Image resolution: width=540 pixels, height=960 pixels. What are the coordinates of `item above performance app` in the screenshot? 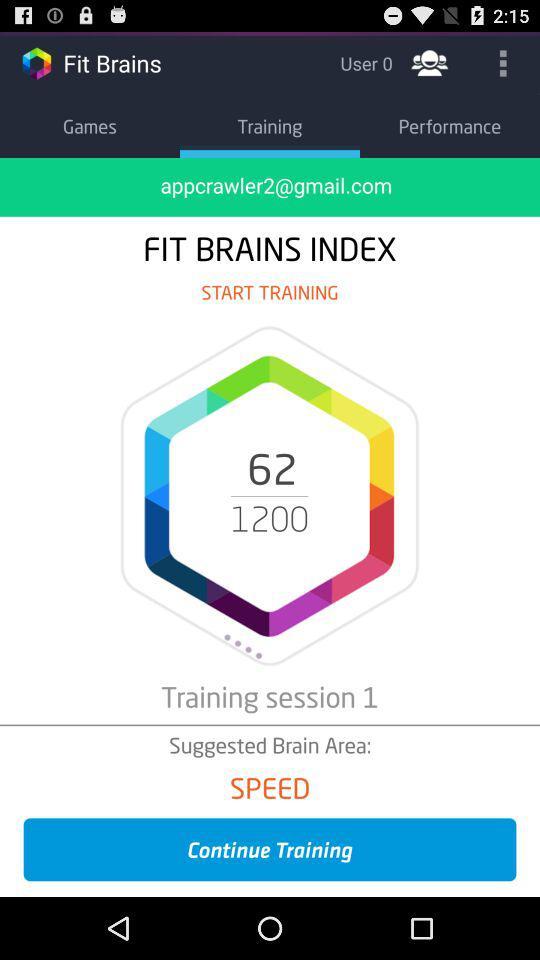 It's located at (502, 62).